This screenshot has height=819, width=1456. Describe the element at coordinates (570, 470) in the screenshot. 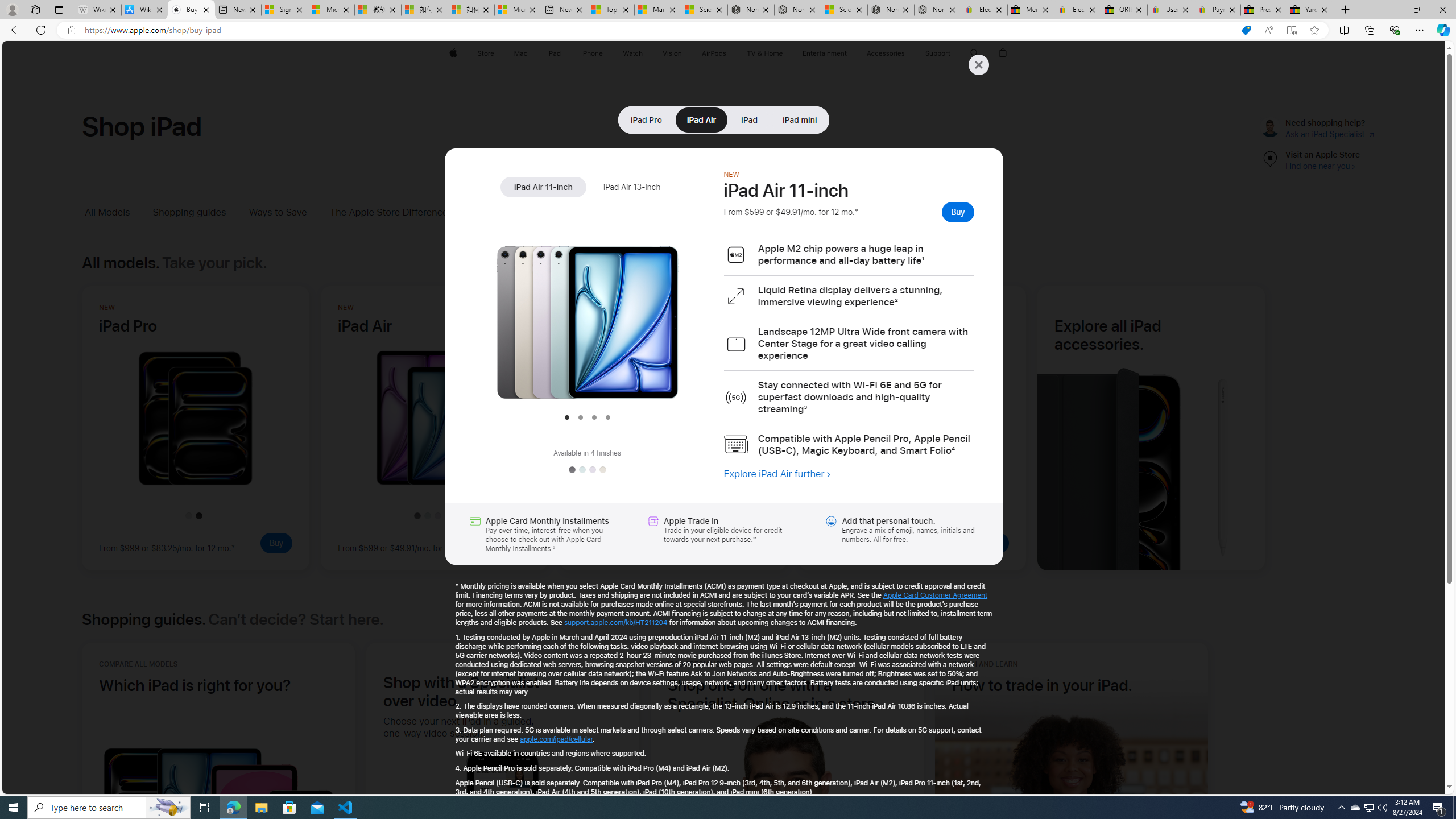

I see `'Space Gray'` at that location.